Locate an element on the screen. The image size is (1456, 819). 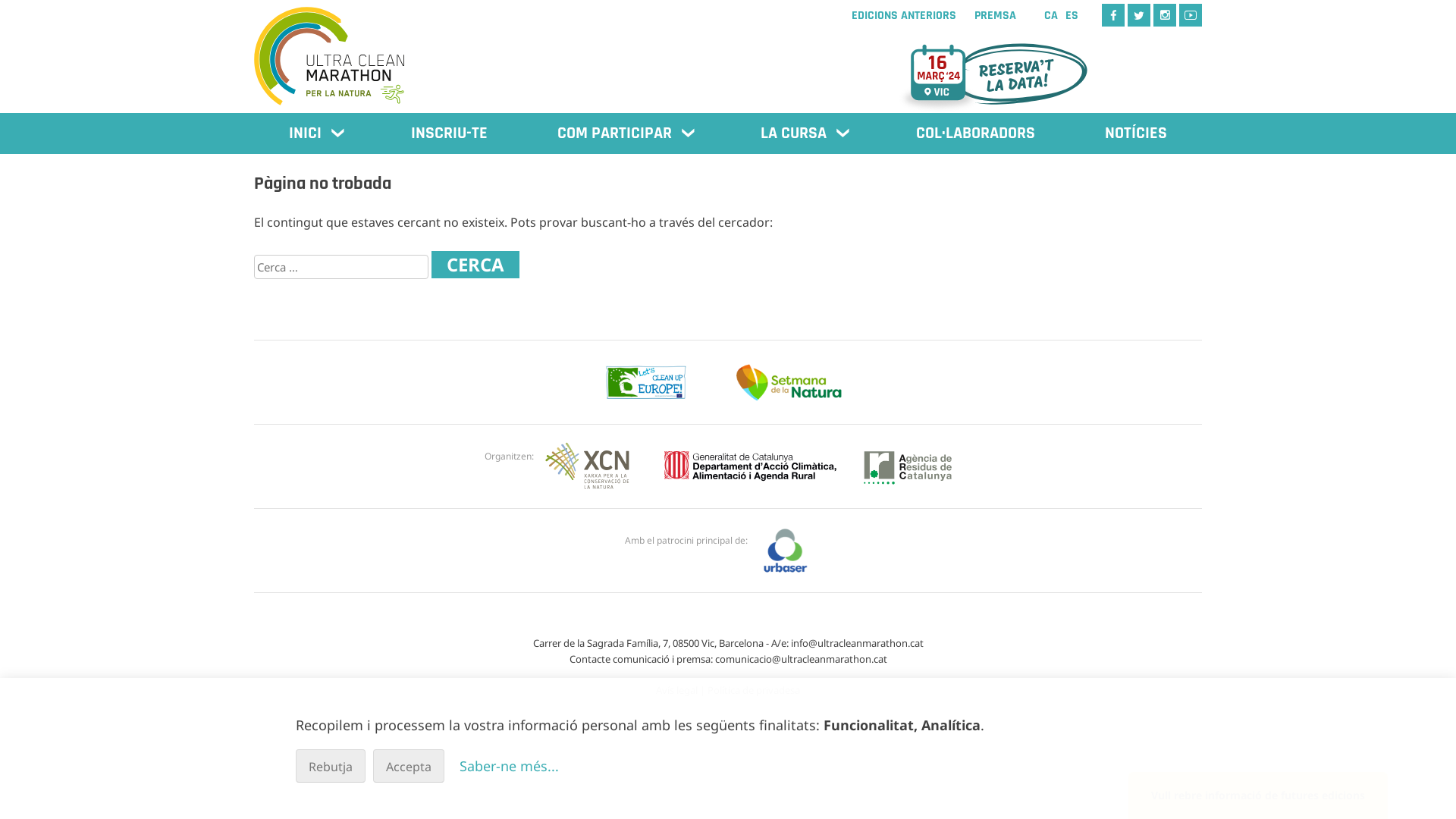
'Cerca' is located at coordinates (475, 263).